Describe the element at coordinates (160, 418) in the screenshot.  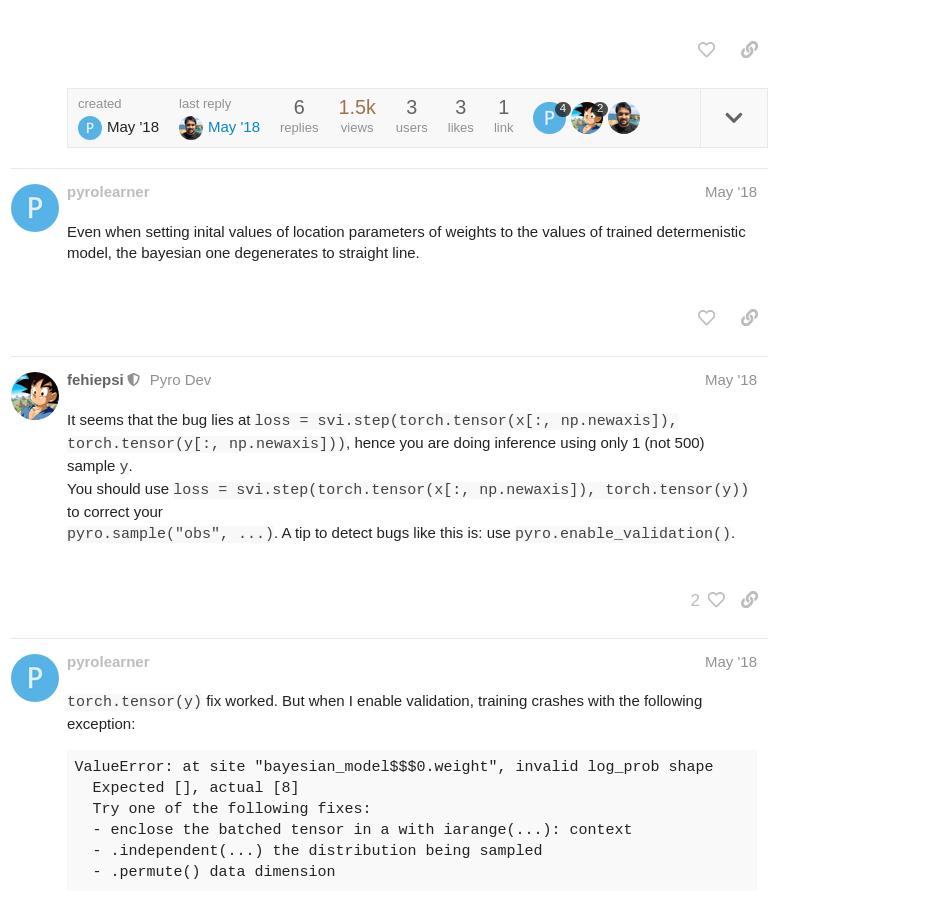
I see `'It seems that the bug lies at'` at that location.